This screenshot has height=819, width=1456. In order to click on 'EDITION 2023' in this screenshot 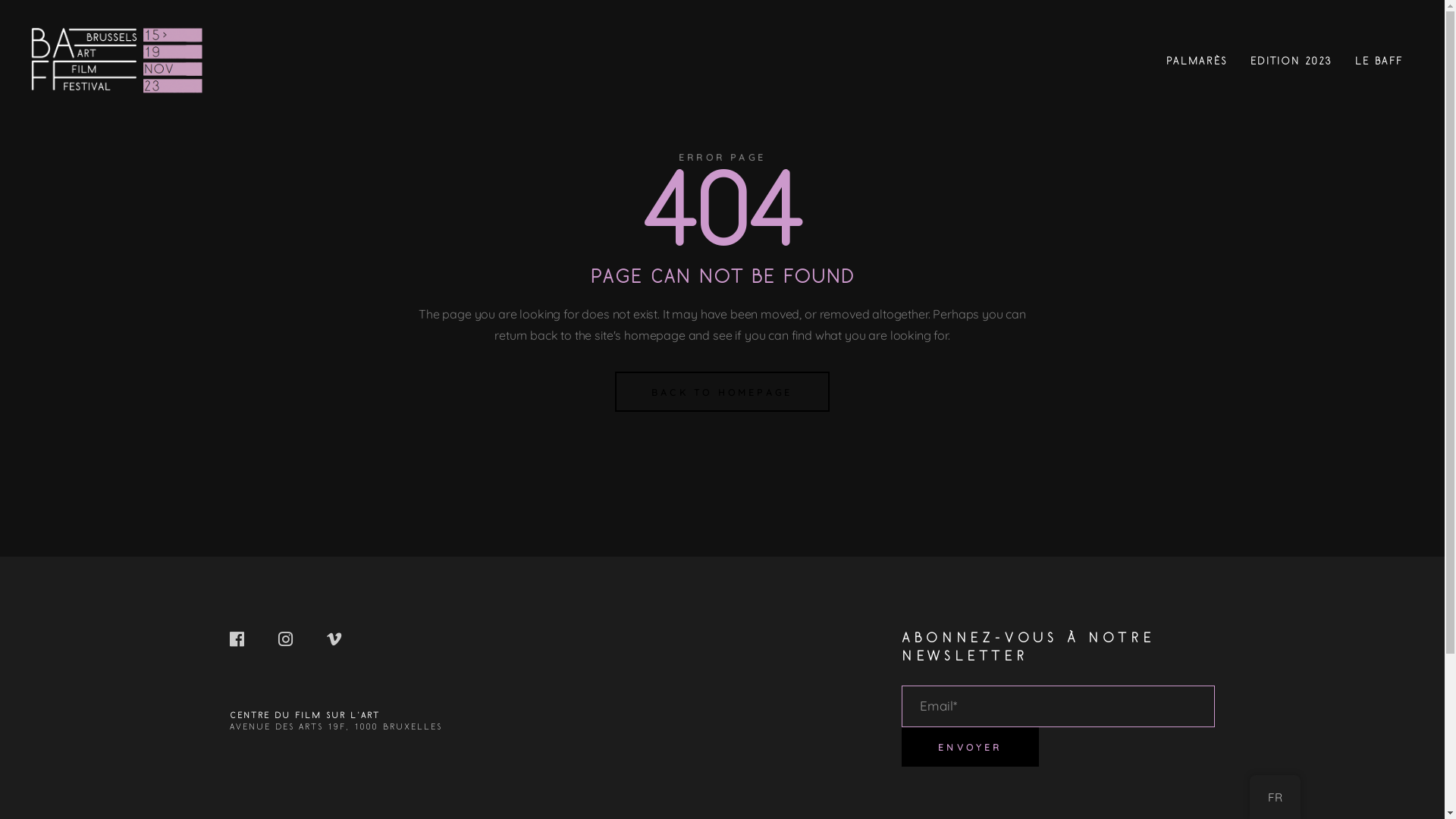, I will do `click(1291, 60)`.